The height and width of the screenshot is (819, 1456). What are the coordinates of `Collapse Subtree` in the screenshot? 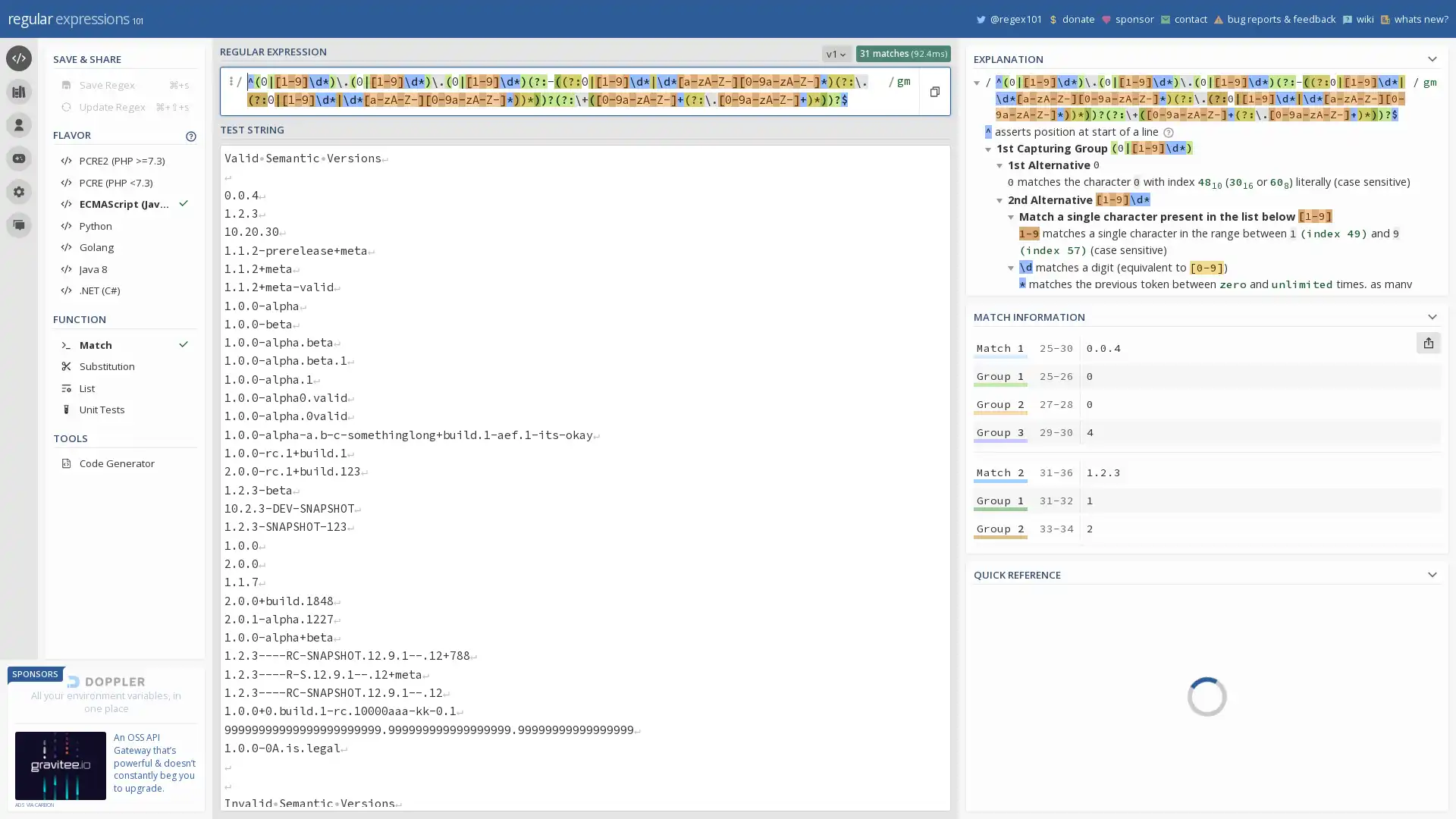 It's located at (990, 336).